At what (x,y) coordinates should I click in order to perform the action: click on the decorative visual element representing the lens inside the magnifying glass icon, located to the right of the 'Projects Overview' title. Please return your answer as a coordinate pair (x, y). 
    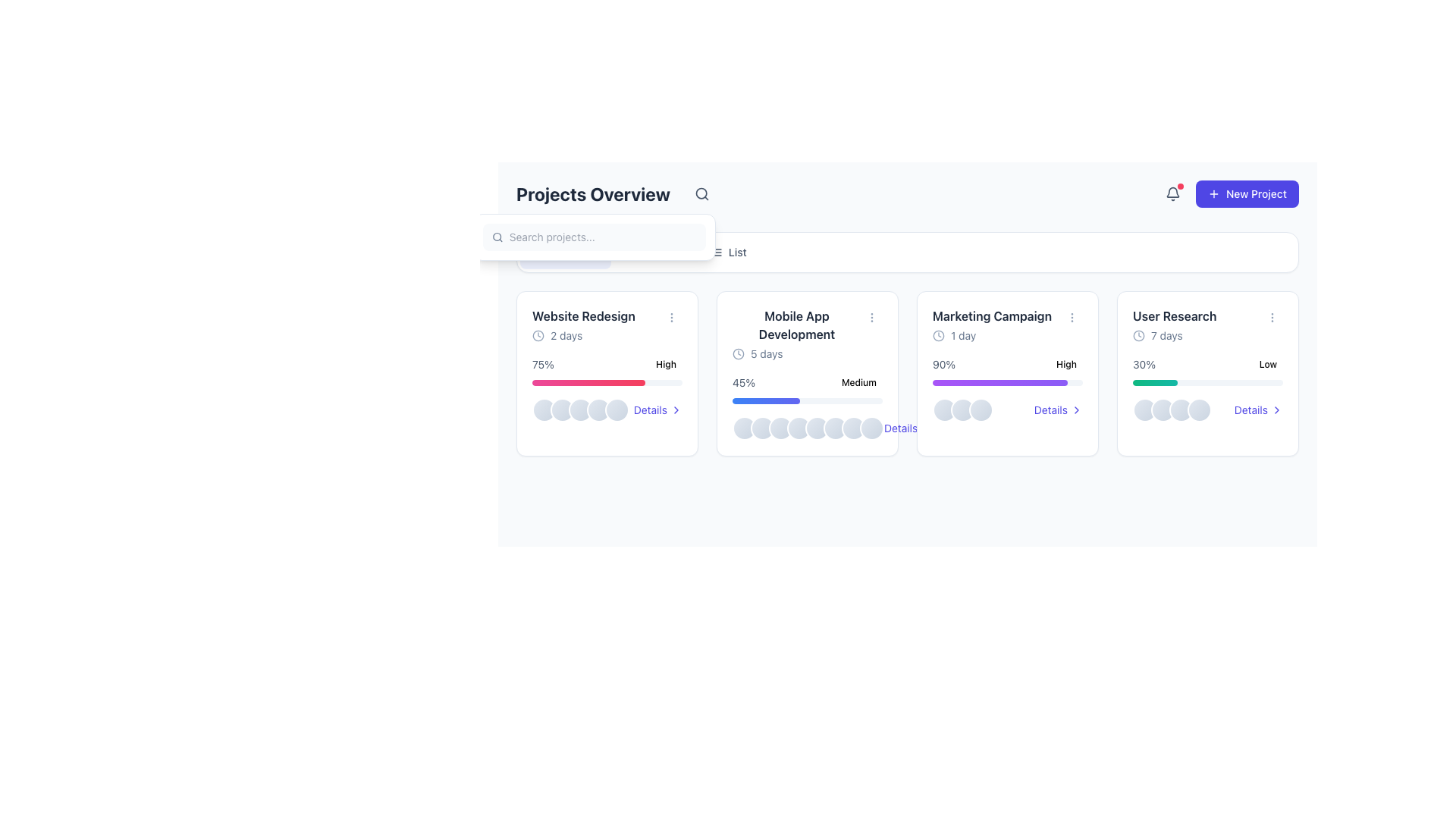
    Looking at the image, I should click on (701, 193).